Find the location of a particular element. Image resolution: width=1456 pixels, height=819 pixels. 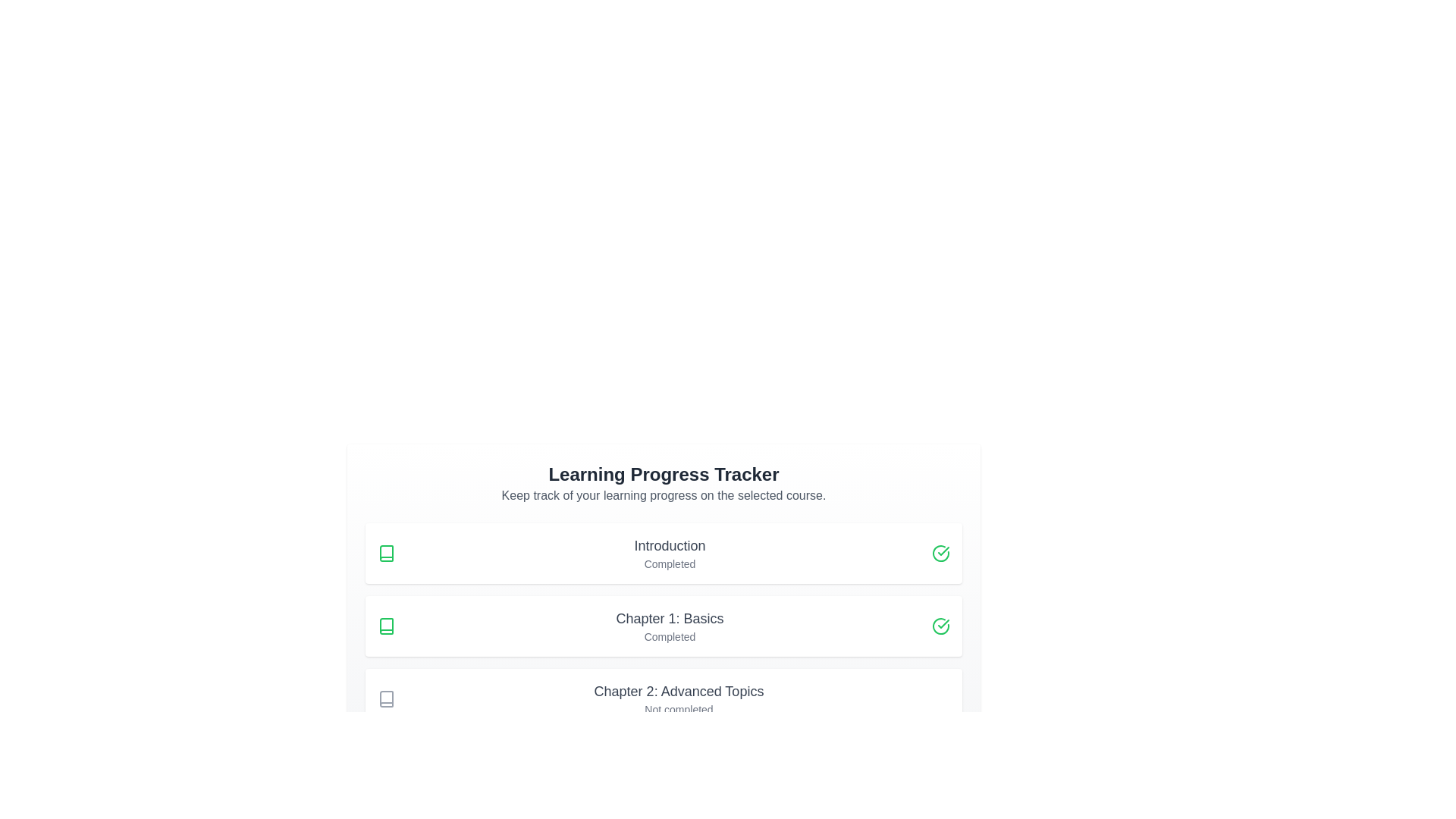

the text label 'Learning Progress Tracker' which is styled in bold and located at the top of its section, above the descriptive text is located at coordinates (664, 473).